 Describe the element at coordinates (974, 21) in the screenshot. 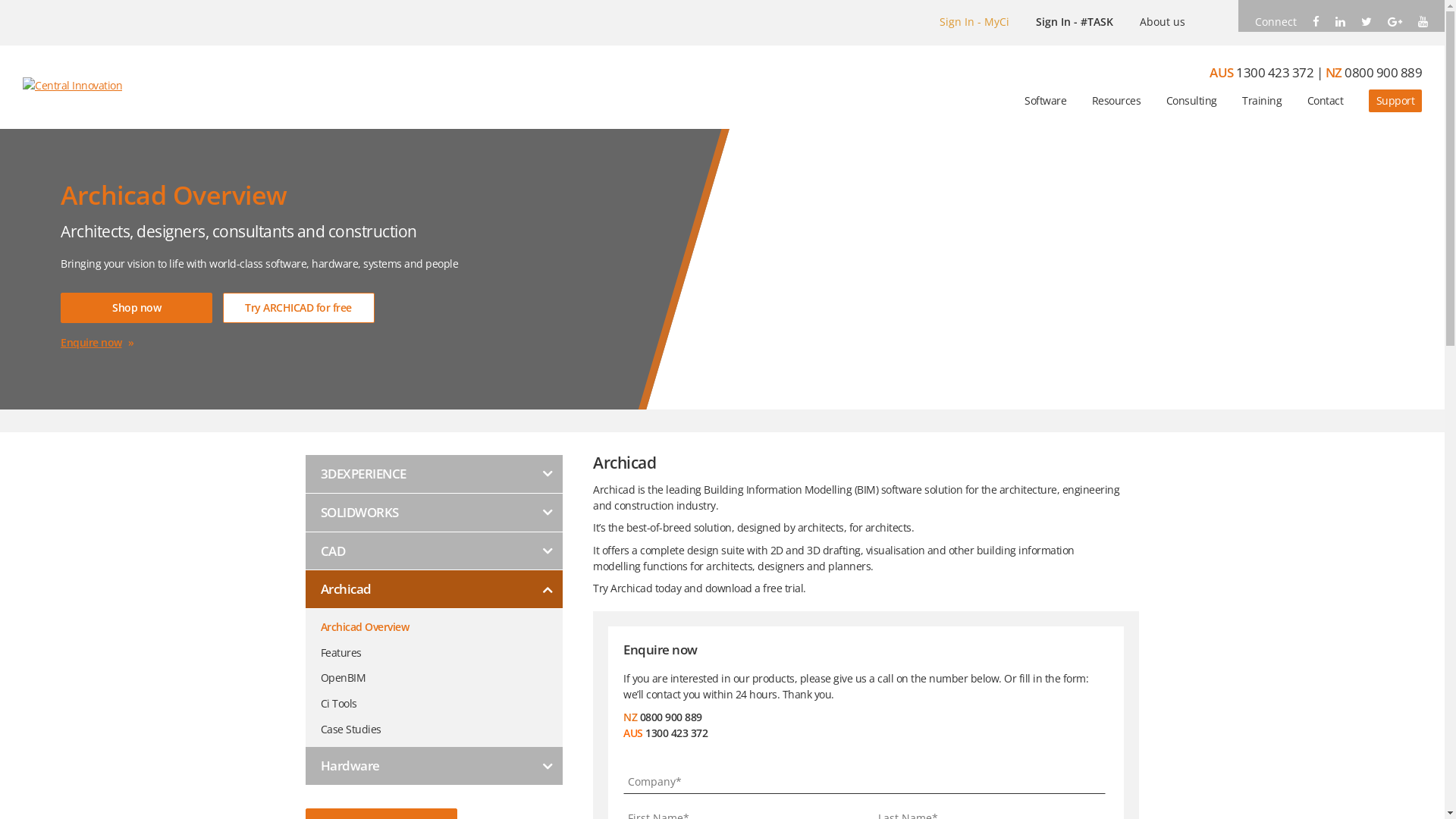

I see `'Sign In - MyCi'` at that location.